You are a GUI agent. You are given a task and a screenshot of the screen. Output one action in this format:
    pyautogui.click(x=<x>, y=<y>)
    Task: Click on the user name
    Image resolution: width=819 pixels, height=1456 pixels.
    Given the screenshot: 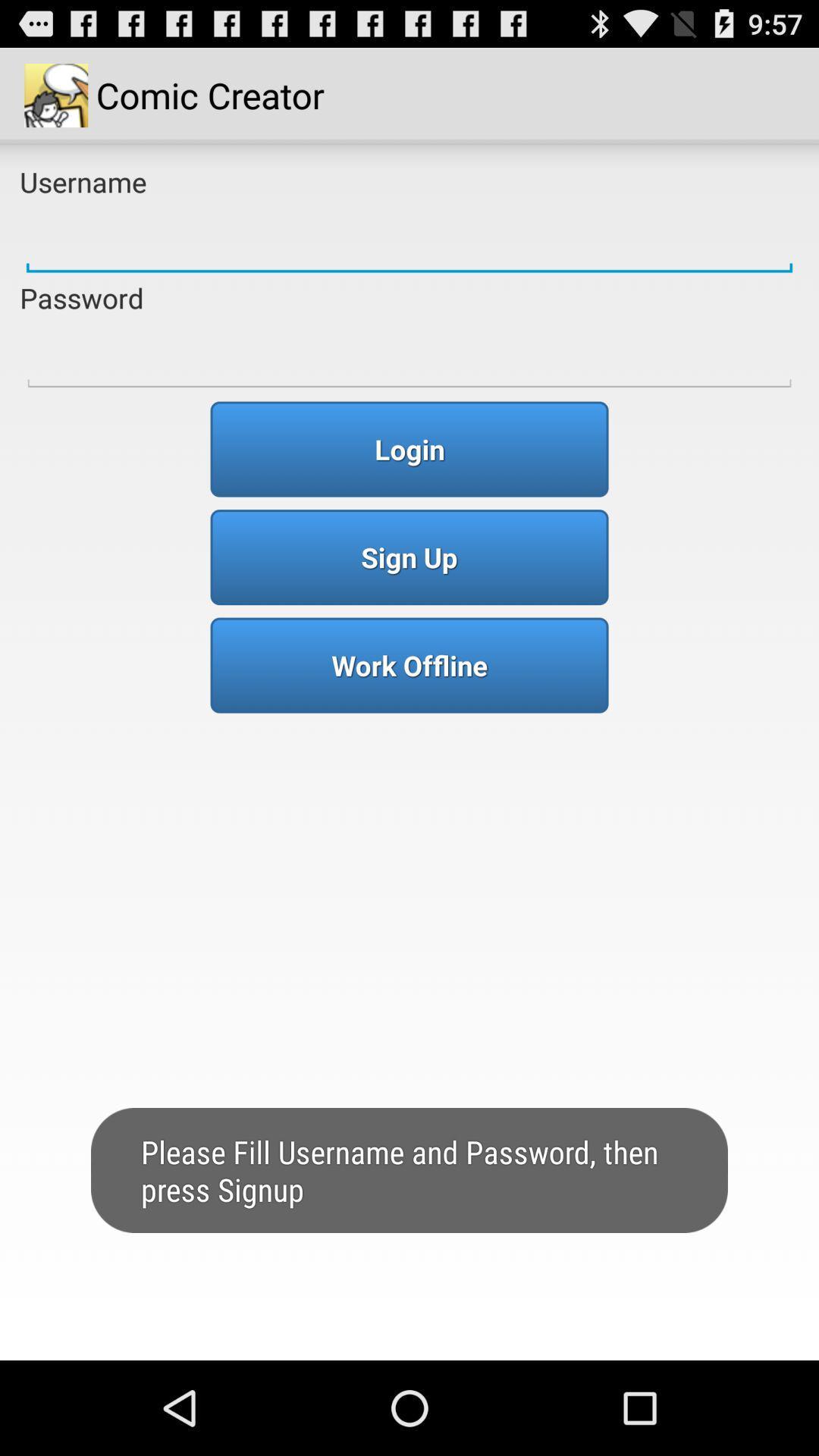 What is the action you would take?
    pyautogui.click(x=409, y=239)
    